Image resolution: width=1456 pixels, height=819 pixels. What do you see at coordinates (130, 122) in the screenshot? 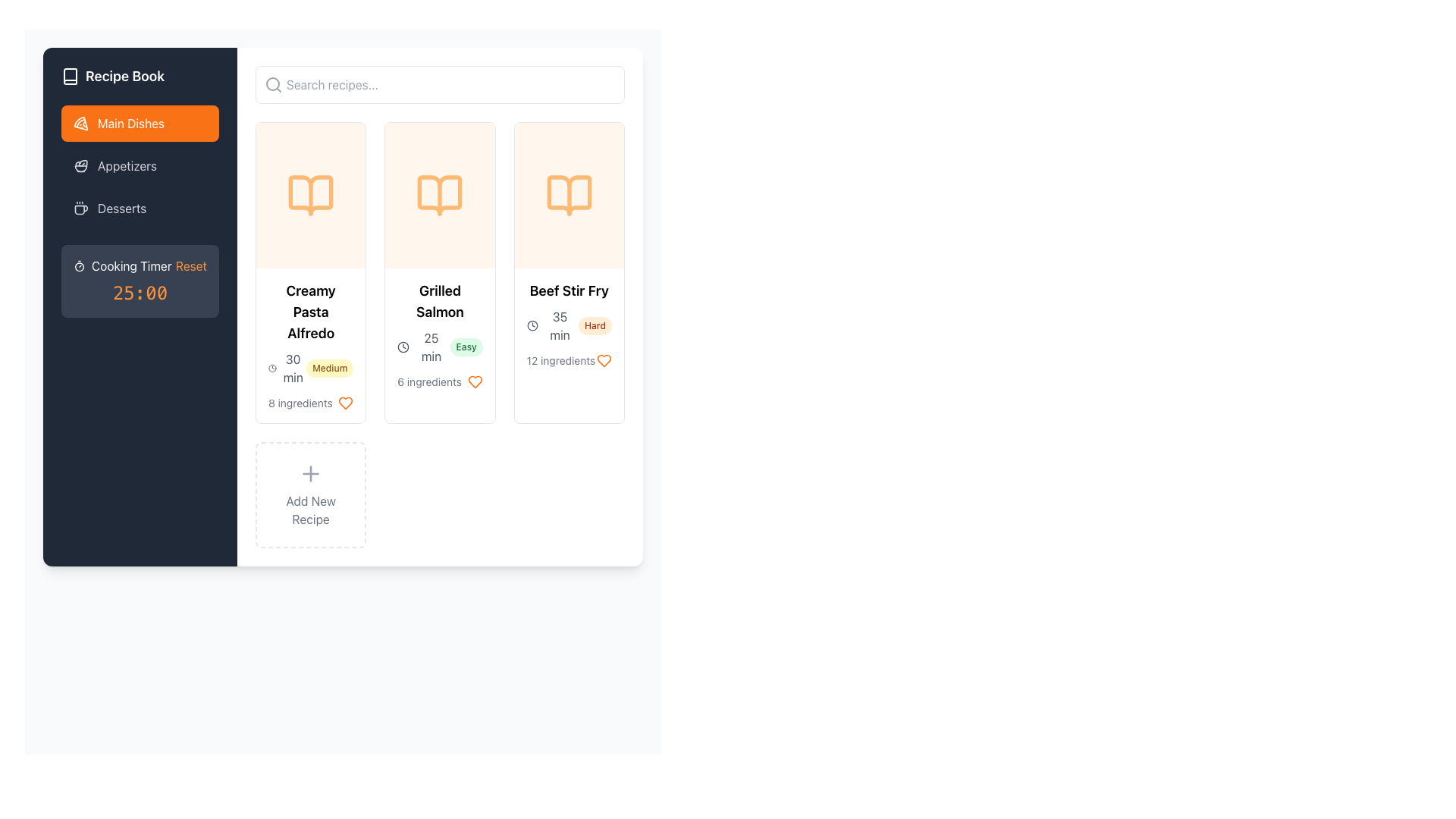
I see `the 'Main Dishes' text label in the navigation menu` at bounding box center [130, 122].